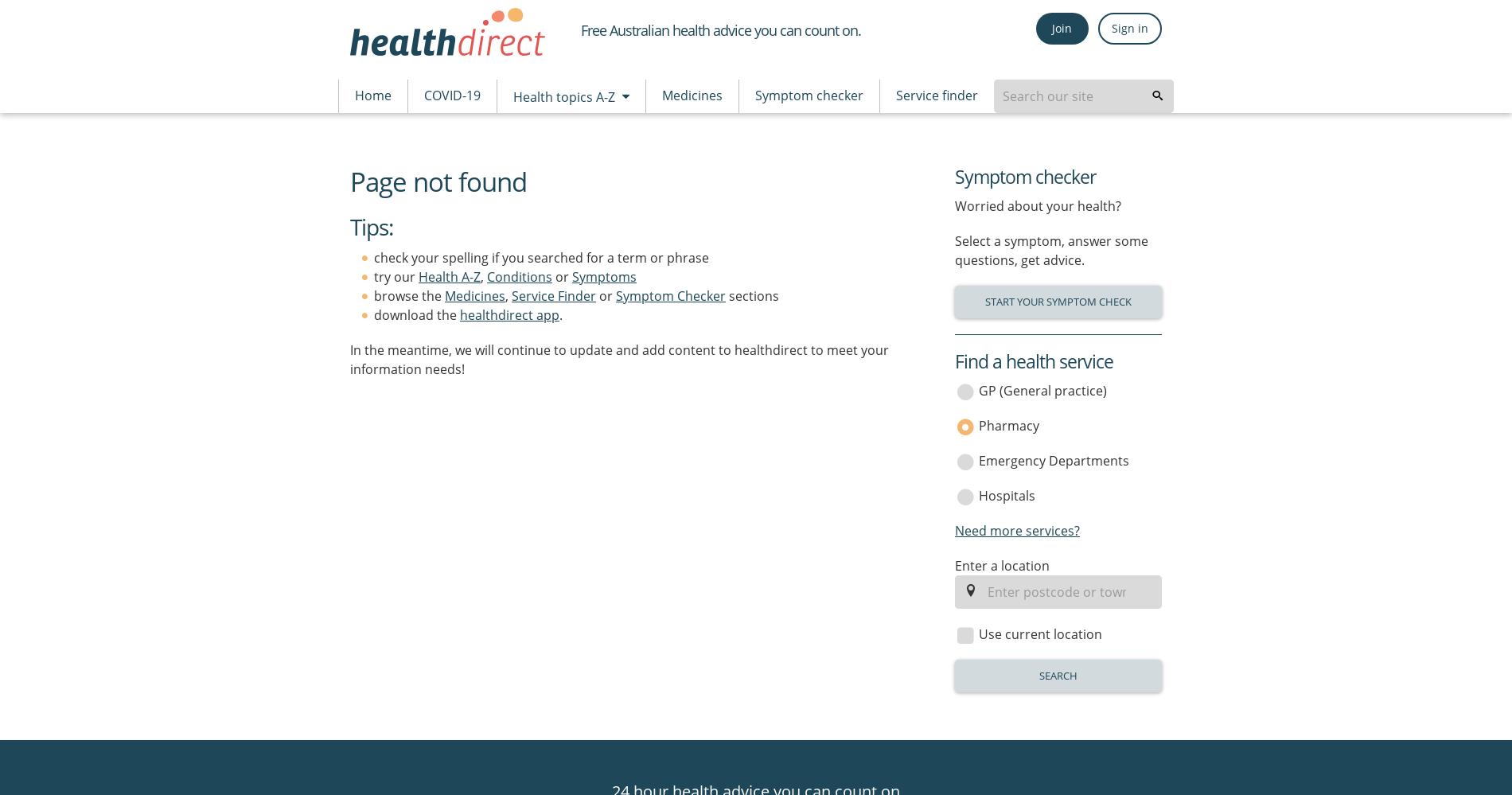  Describe the element at coordinates (513, 95) in the screenshot. I see `'Health topics A-Z'` at that location.